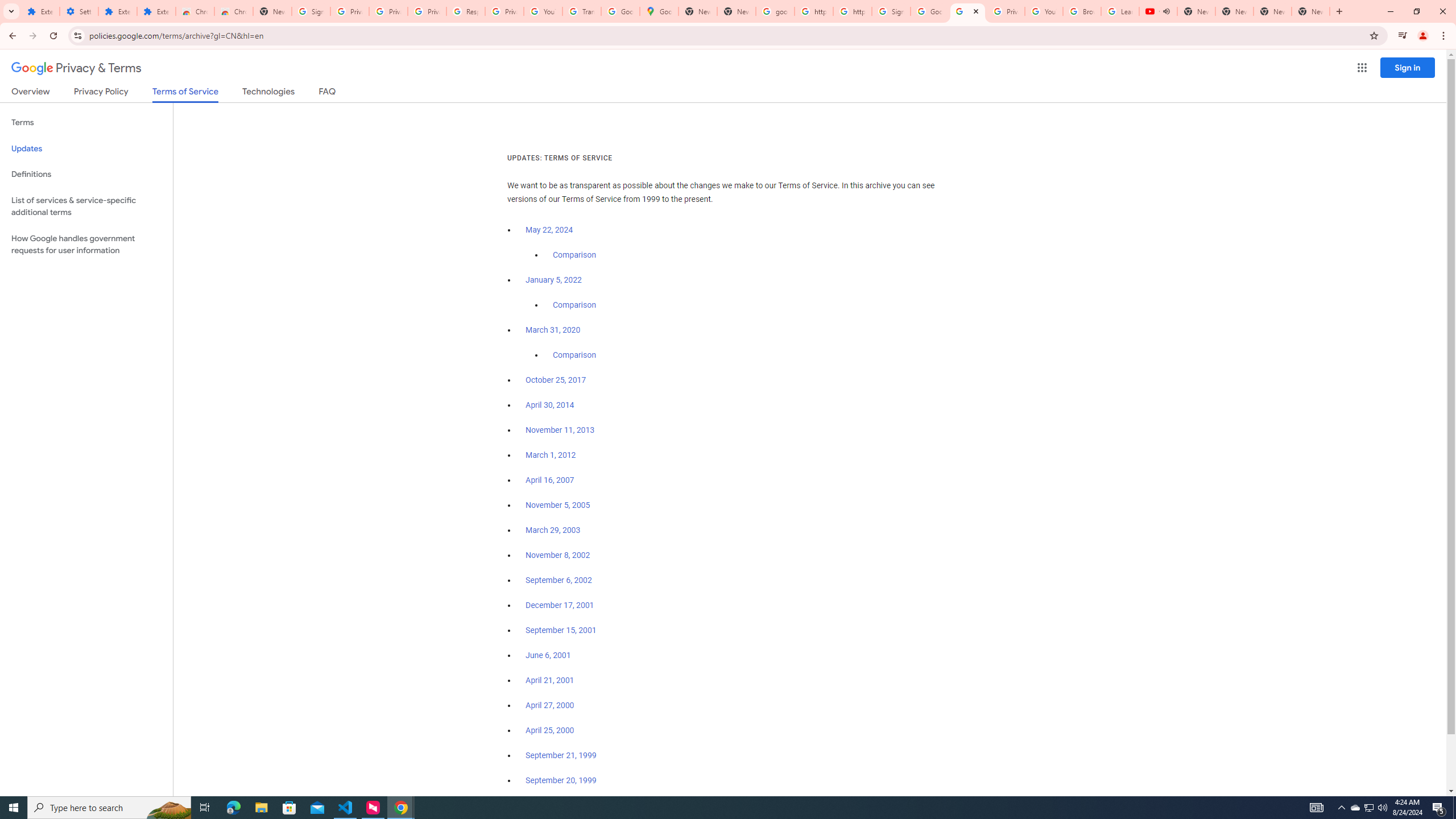 The image size is (1456, 819). I want to click on 'March 31, 2020', so click(552, 330).